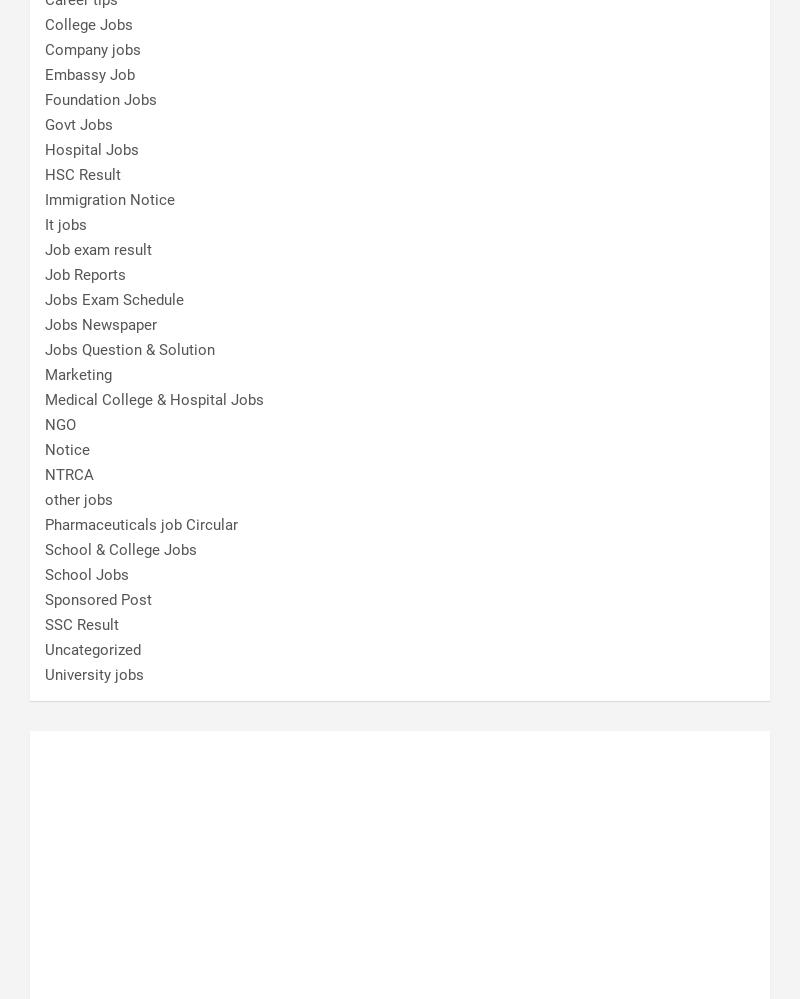 Image resolution: width=800 pixels, height=999 pixels. What do you see at coordinates (44, 647) in the screenshot?
I see `'Uncategorized'` at bounding box center [44, 647].